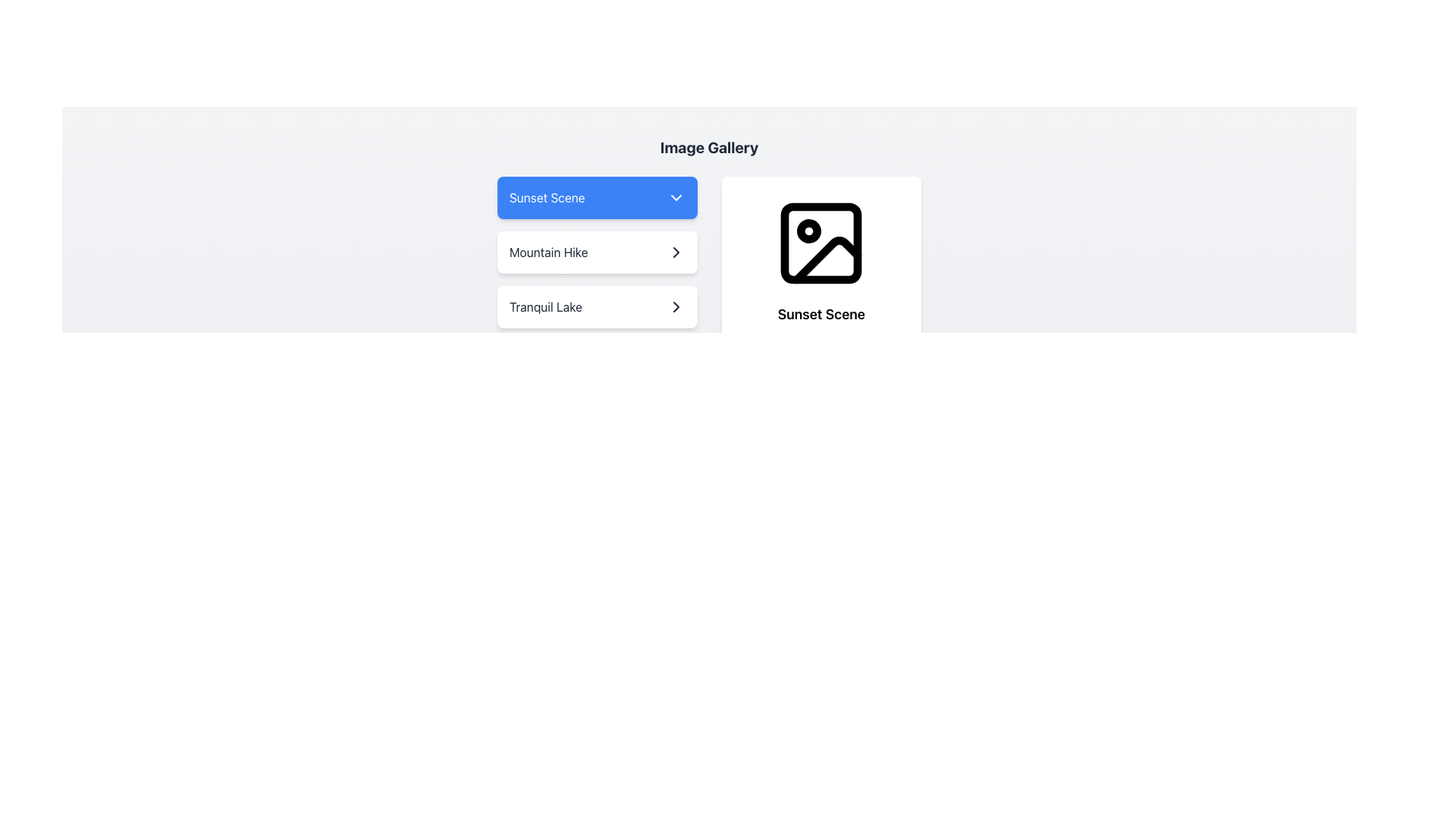 The width and height of the screenshot is (1456, 819). I want to click on the second menu item in the list, which is related to 'Mountain Hike', so click(596, 271).